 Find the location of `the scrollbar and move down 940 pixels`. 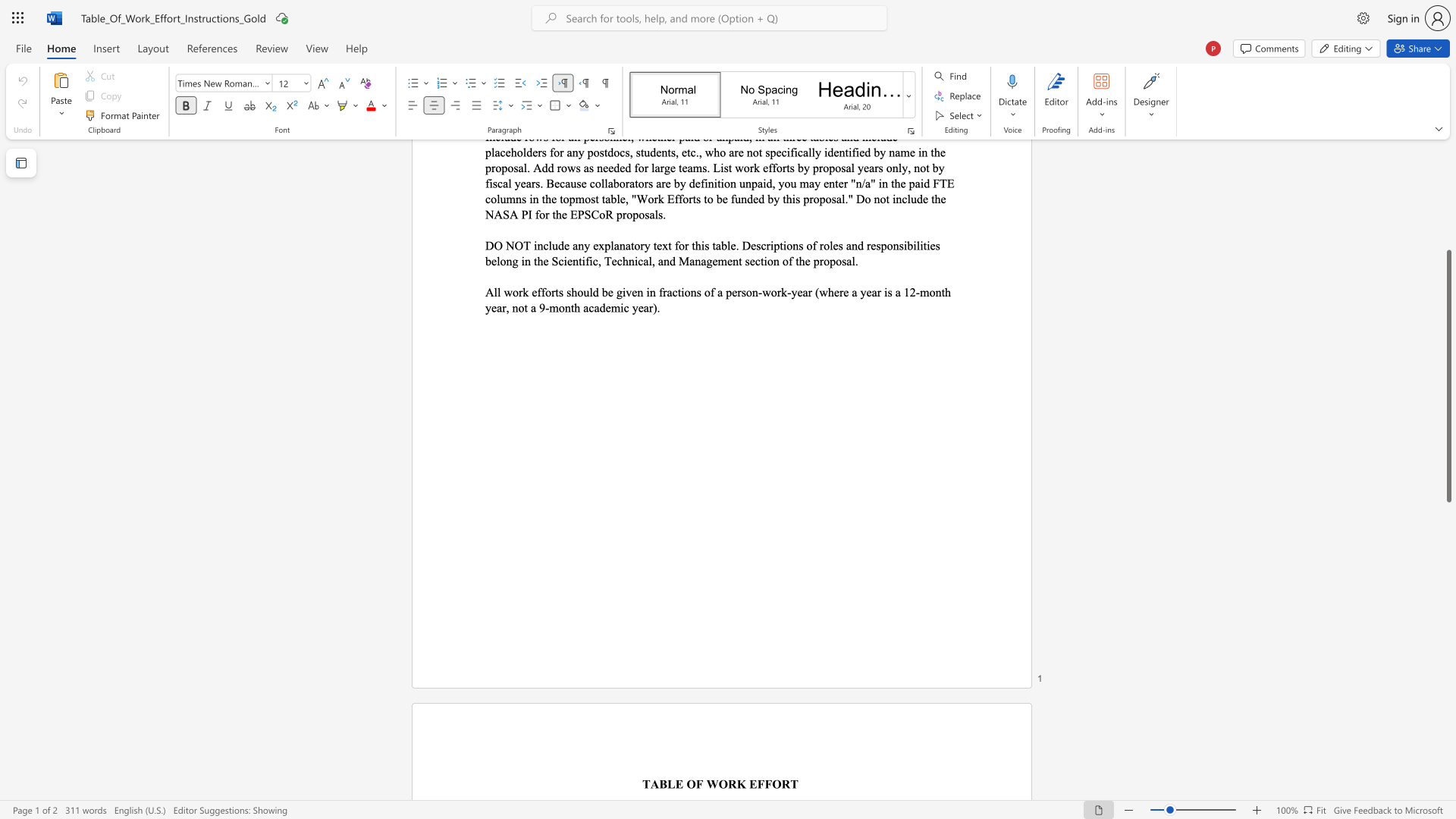

the scrollbar and move down 940 pixels is located at coordinates (1448, 375).